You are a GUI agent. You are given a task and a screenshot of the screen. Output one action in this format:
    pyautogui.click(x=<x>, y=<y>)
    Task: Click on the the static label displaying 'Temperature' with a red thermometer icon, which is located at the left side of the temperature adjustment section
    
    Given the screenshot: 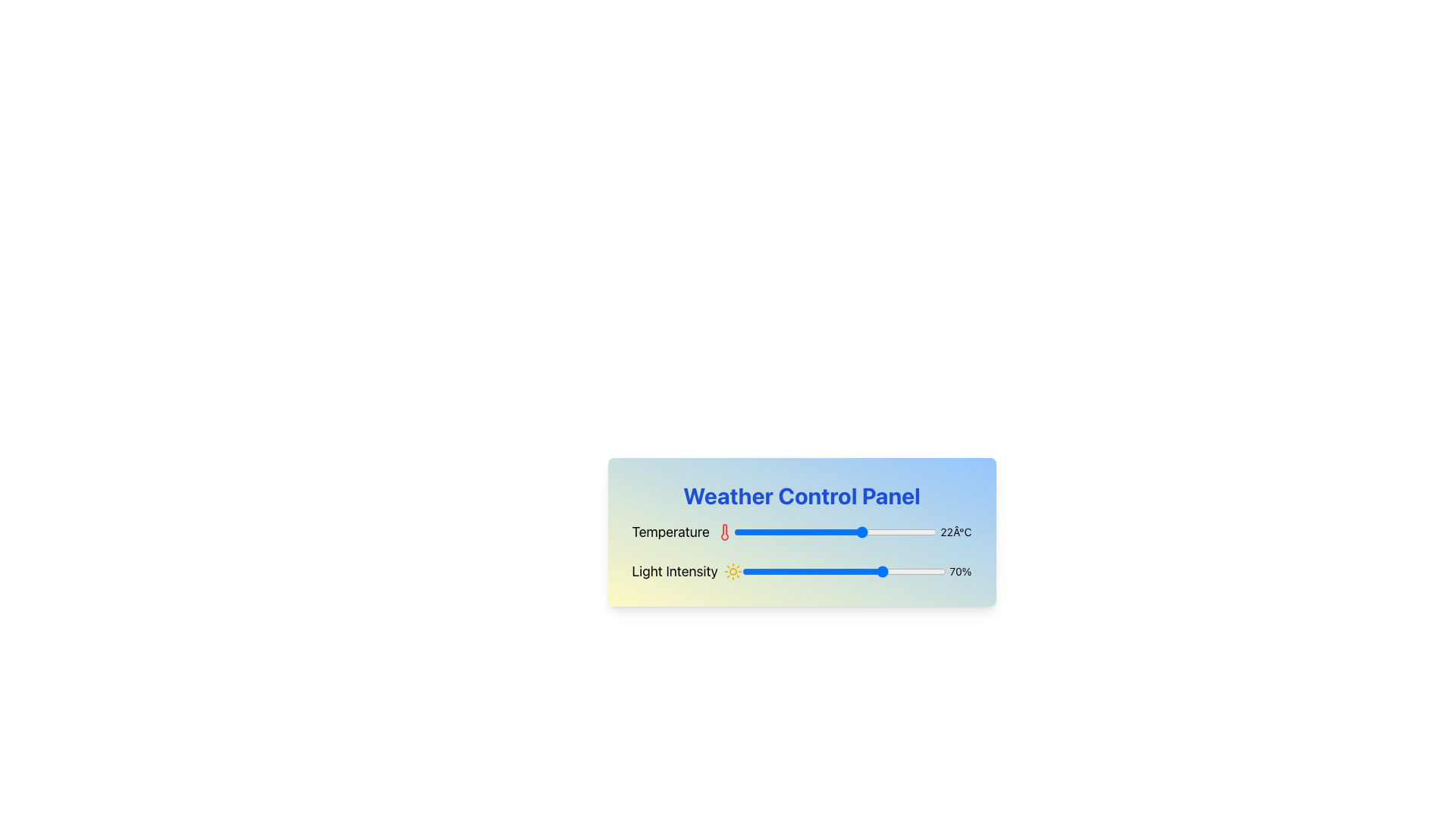 What is the action you would take?
    pyautogui.click(x=682, y=532)
    